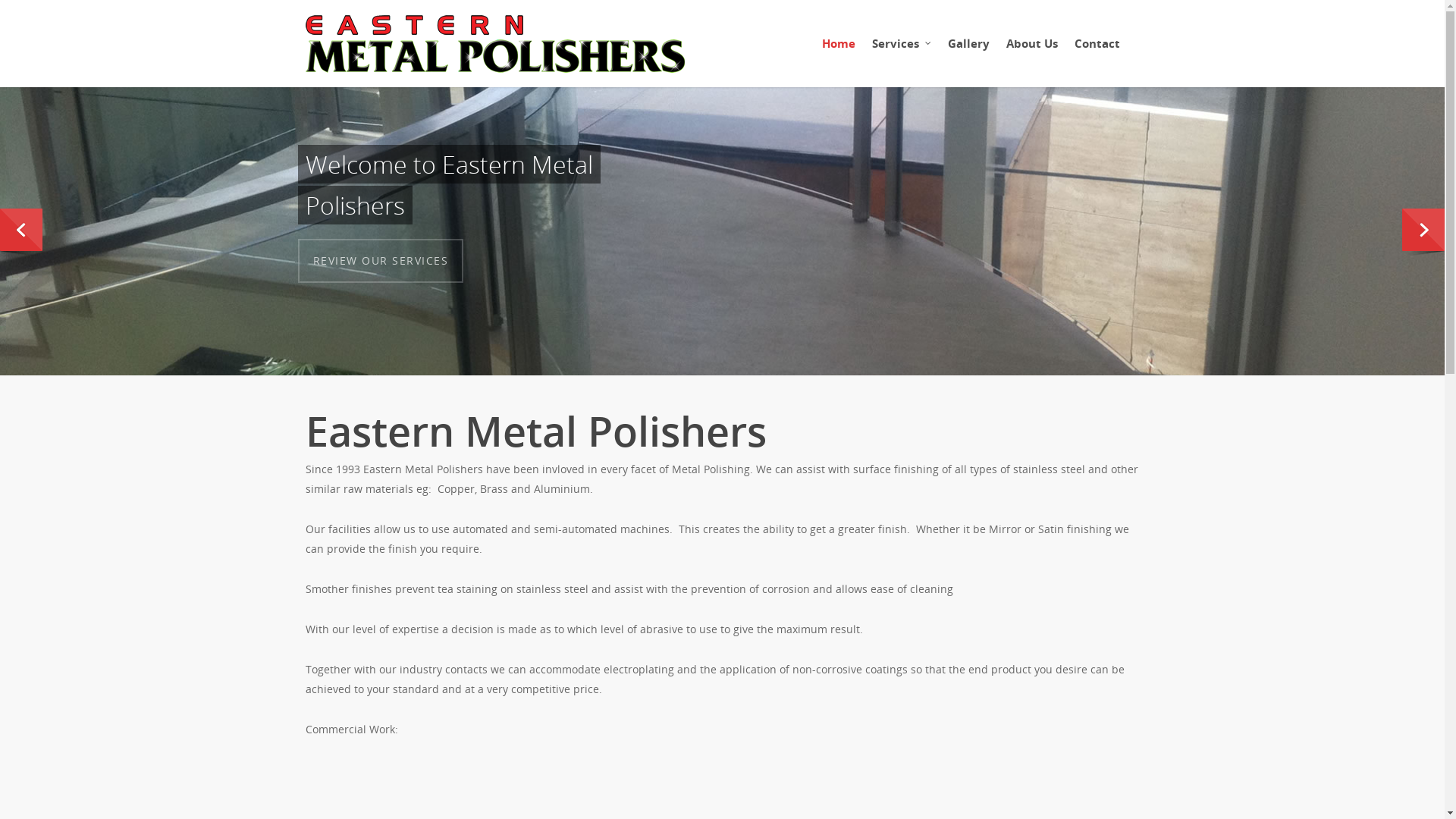 Image resolution: width=1456 pixels, height=819 pixels. I want to click on 'Home', so click(837, 50).